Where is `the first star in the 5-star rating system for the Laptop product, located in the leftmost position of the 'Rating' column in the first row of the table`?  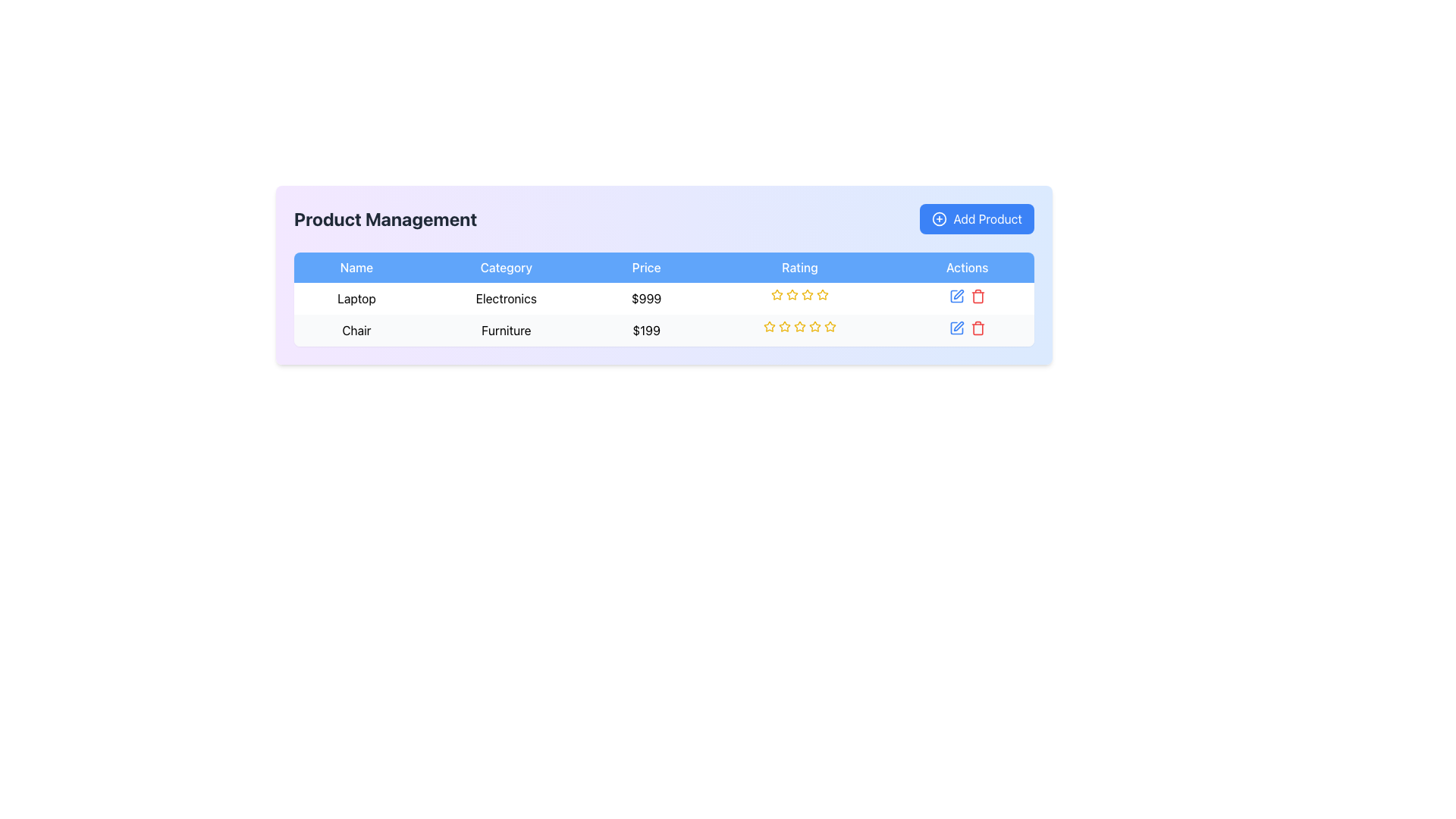 the first star in the 5-star rating system for the Laptop product, located in the leftmost position of the 'Rating' column in the first row of the table is located at coordinates (792, 294).